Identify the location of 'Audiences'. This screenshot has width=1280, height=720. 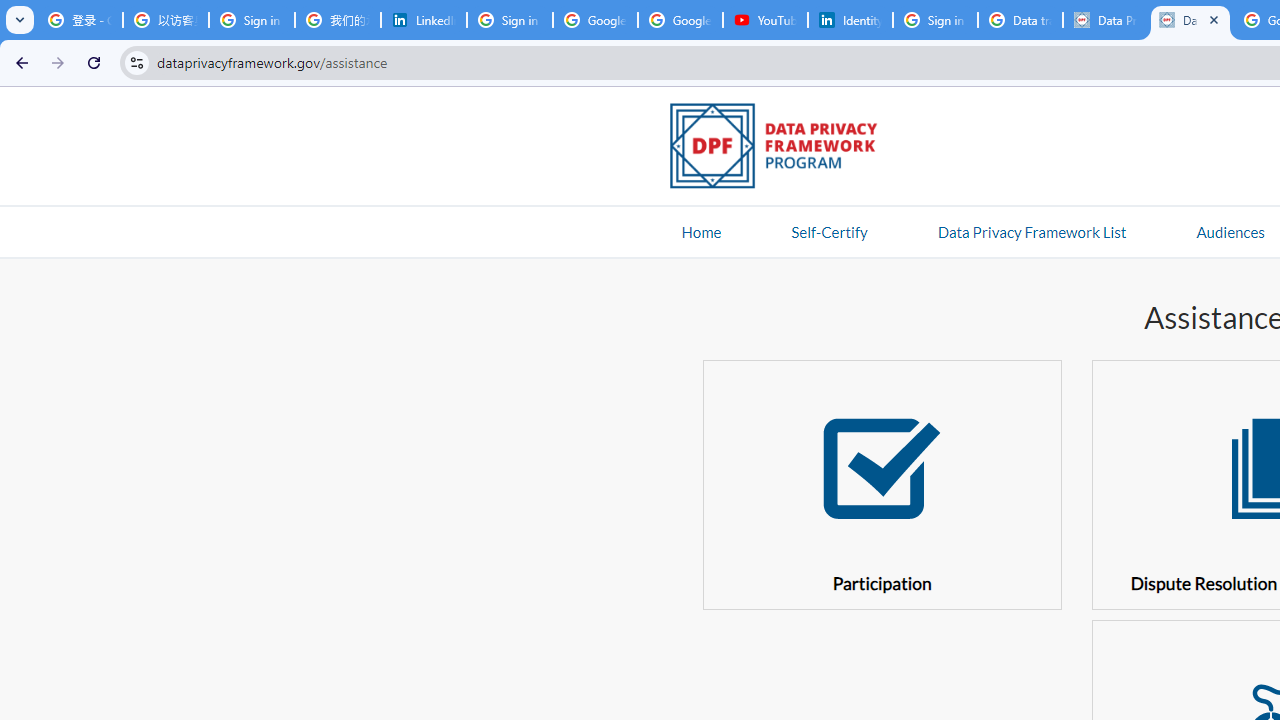
(1229, 230).